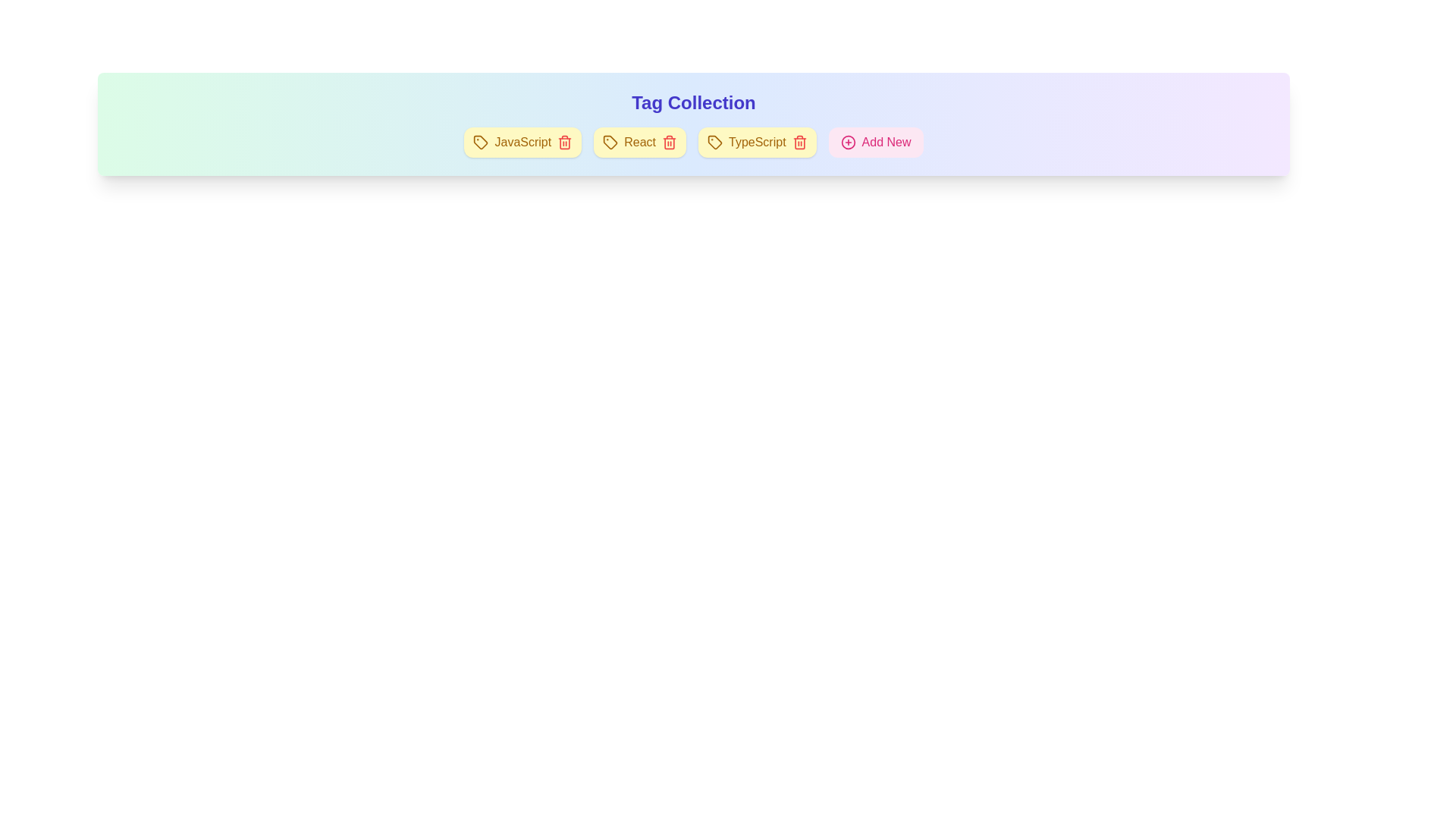  I want to click on text label indicating the 'JavaScript' tag, which is the first tag in a horizontal list of tags under the heading 'Tag Collection.', so click(522, 143).